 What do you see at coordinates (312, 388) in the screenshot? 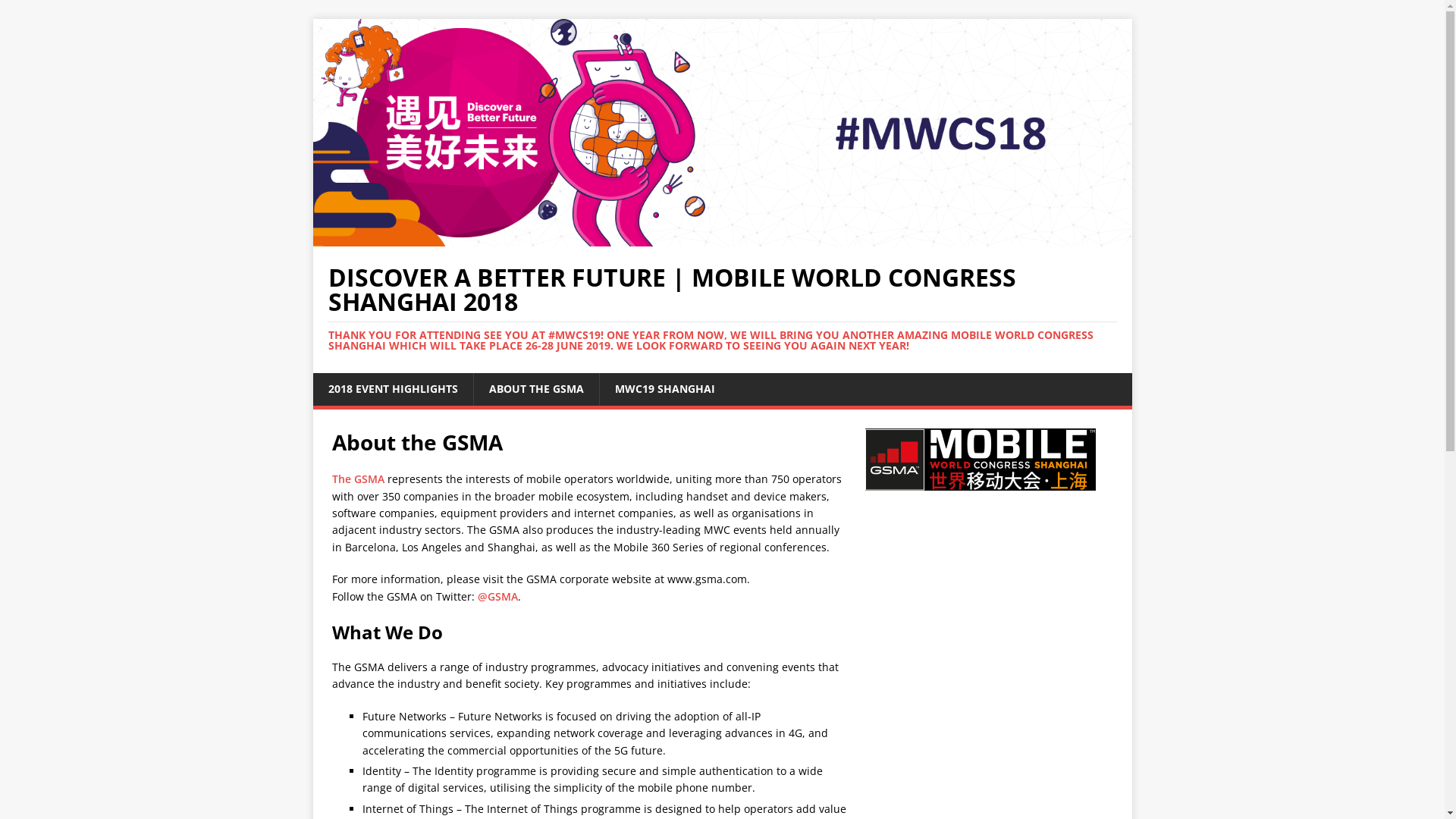
I see `'2018 EVENT HIGHLIGHTS'` at bounding box center [312, 388].